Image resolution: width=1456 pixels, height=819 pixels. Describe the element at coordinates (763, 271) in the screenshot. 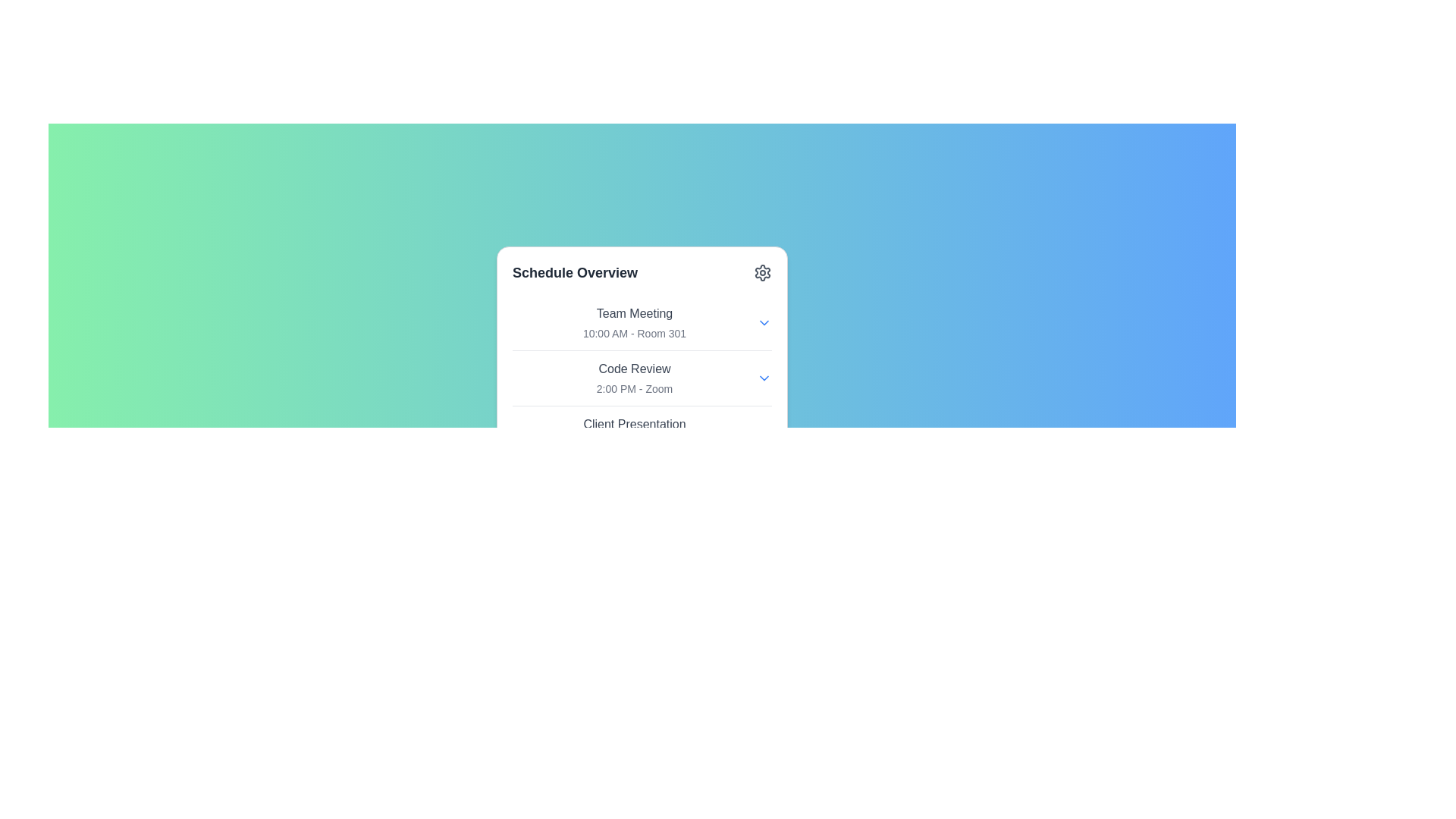

I see `the Iconic button located at the top-right corner of the 'Schedule Overview' box to change its color` at that location.